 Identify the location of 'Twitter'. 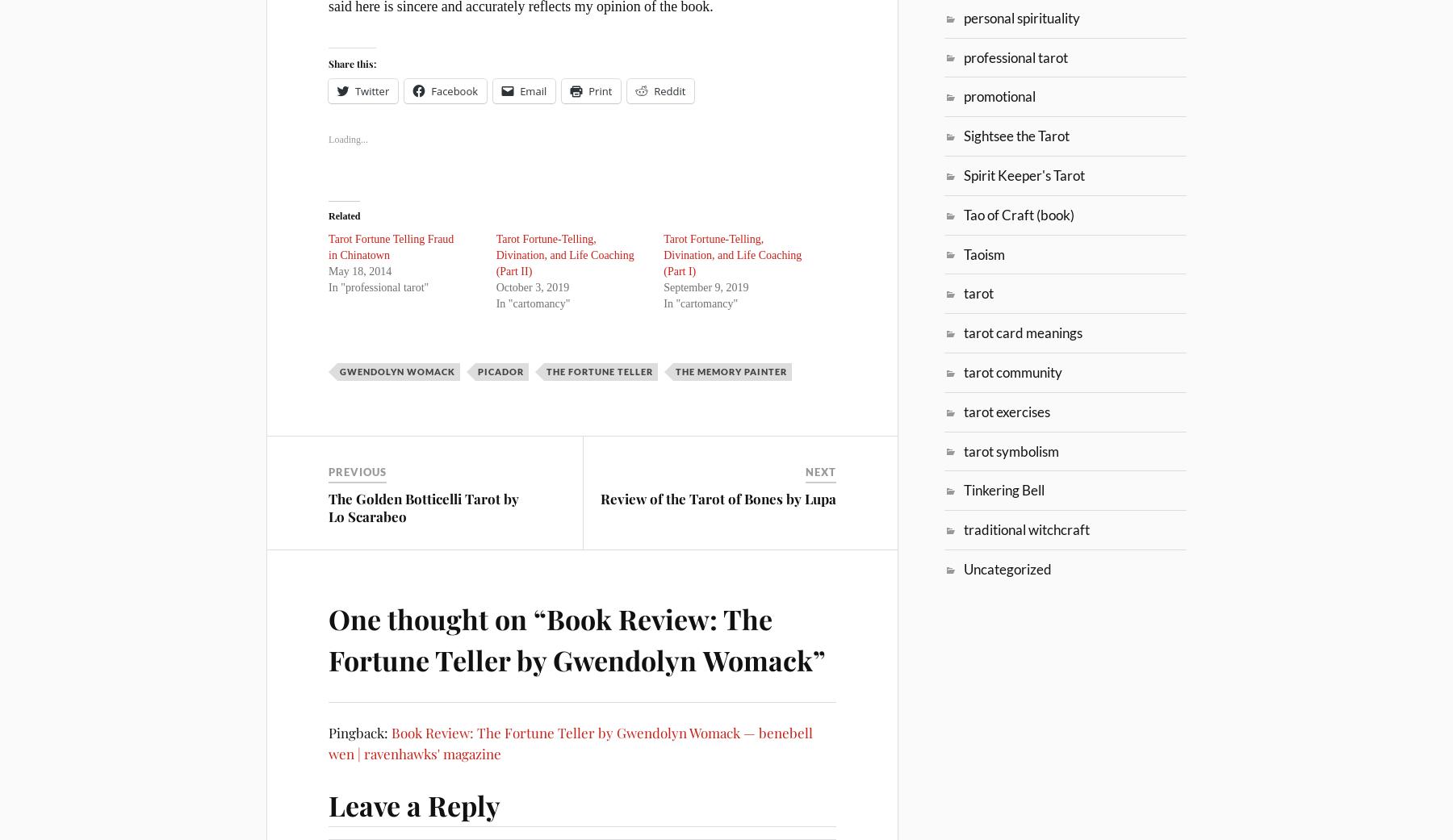
(371, 90).